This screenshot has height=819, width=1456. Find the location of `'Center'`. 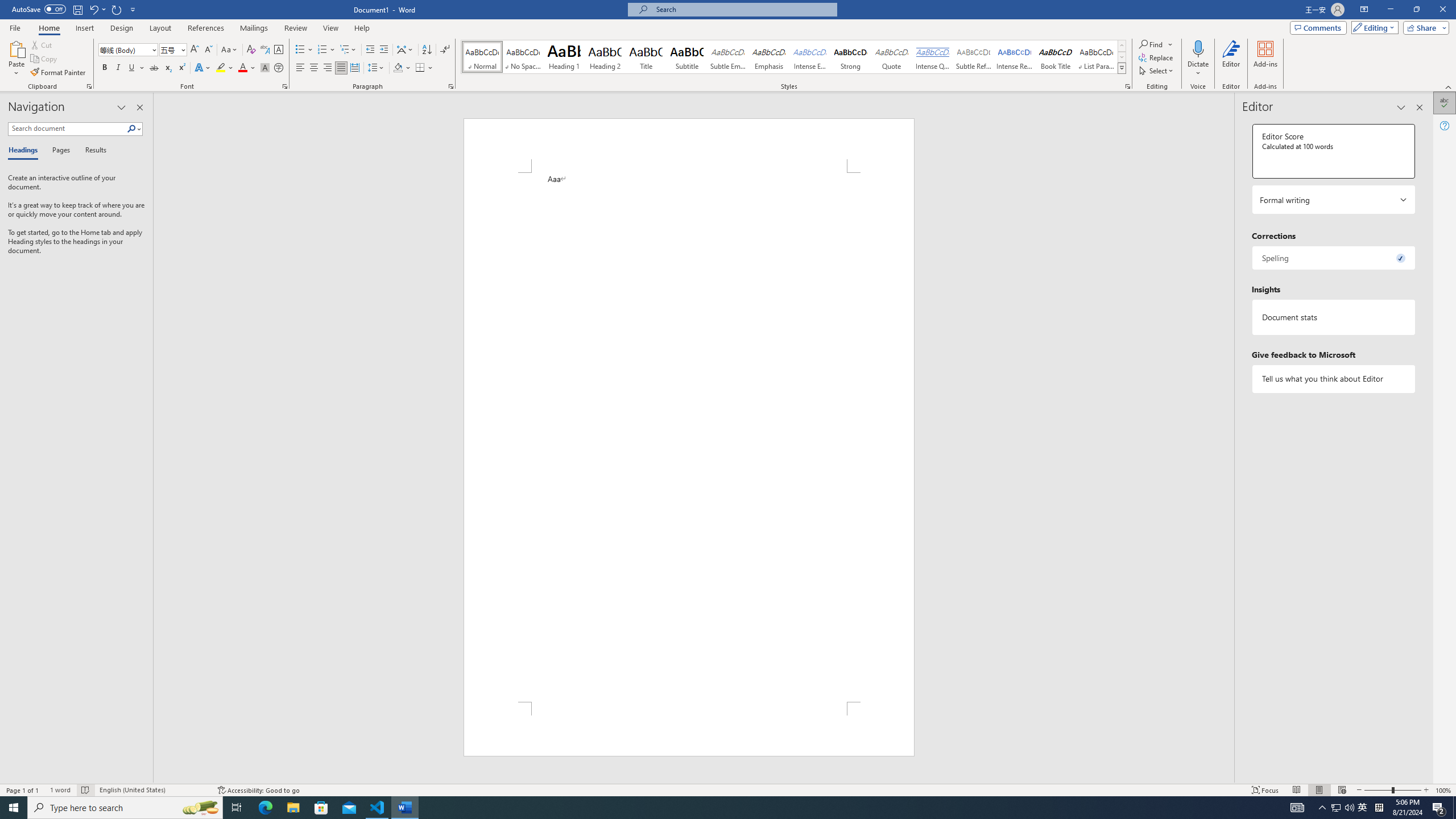

'Center' is located at coordinates (313, 67).